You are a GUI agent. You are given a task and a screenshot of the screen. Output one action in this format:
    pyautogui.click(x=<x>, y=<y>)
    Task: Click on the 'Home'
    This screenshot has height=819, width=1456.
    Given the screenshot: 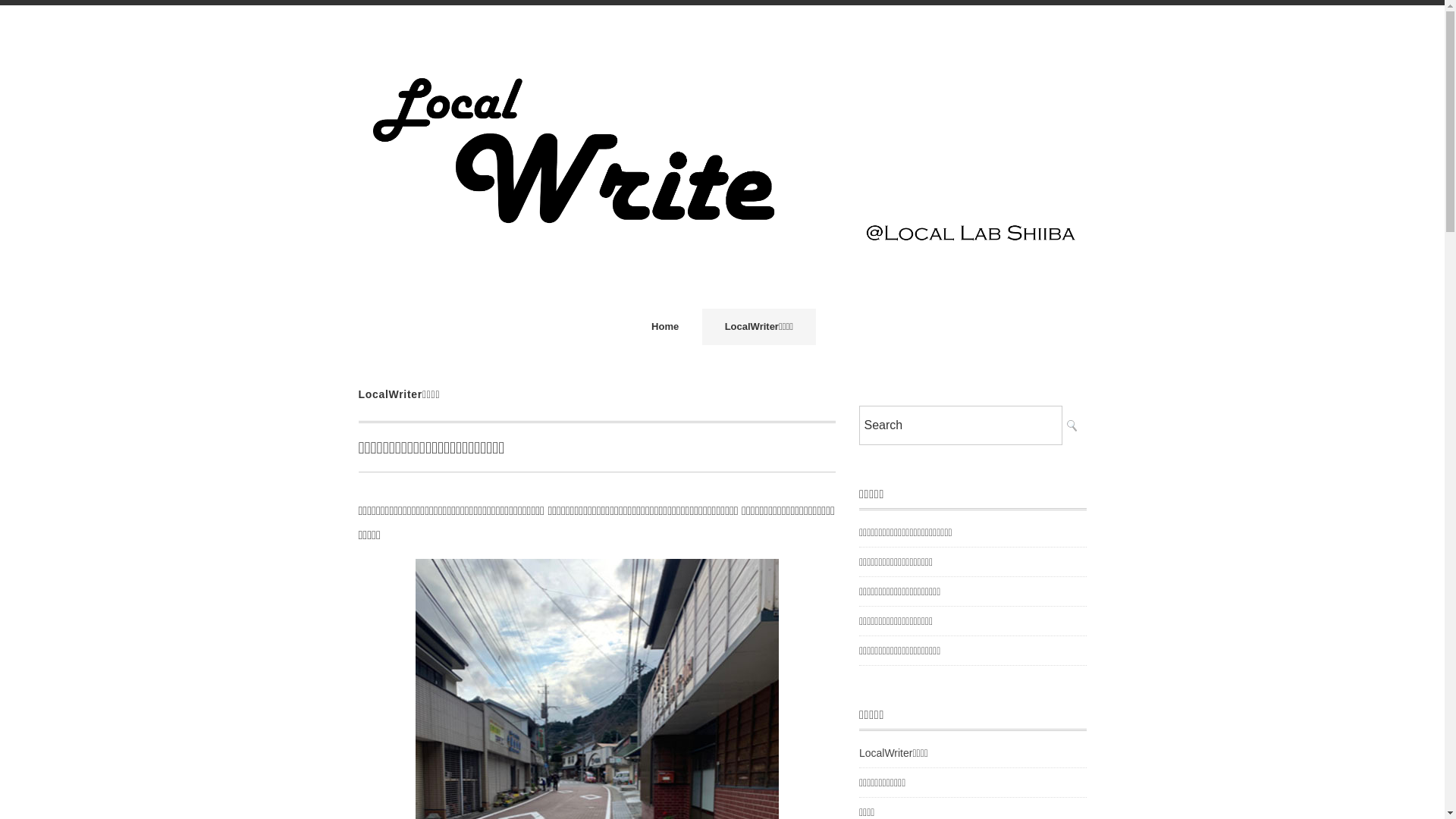 What is the action you would take?
    pyautogui.click(x=665, y=326)
    